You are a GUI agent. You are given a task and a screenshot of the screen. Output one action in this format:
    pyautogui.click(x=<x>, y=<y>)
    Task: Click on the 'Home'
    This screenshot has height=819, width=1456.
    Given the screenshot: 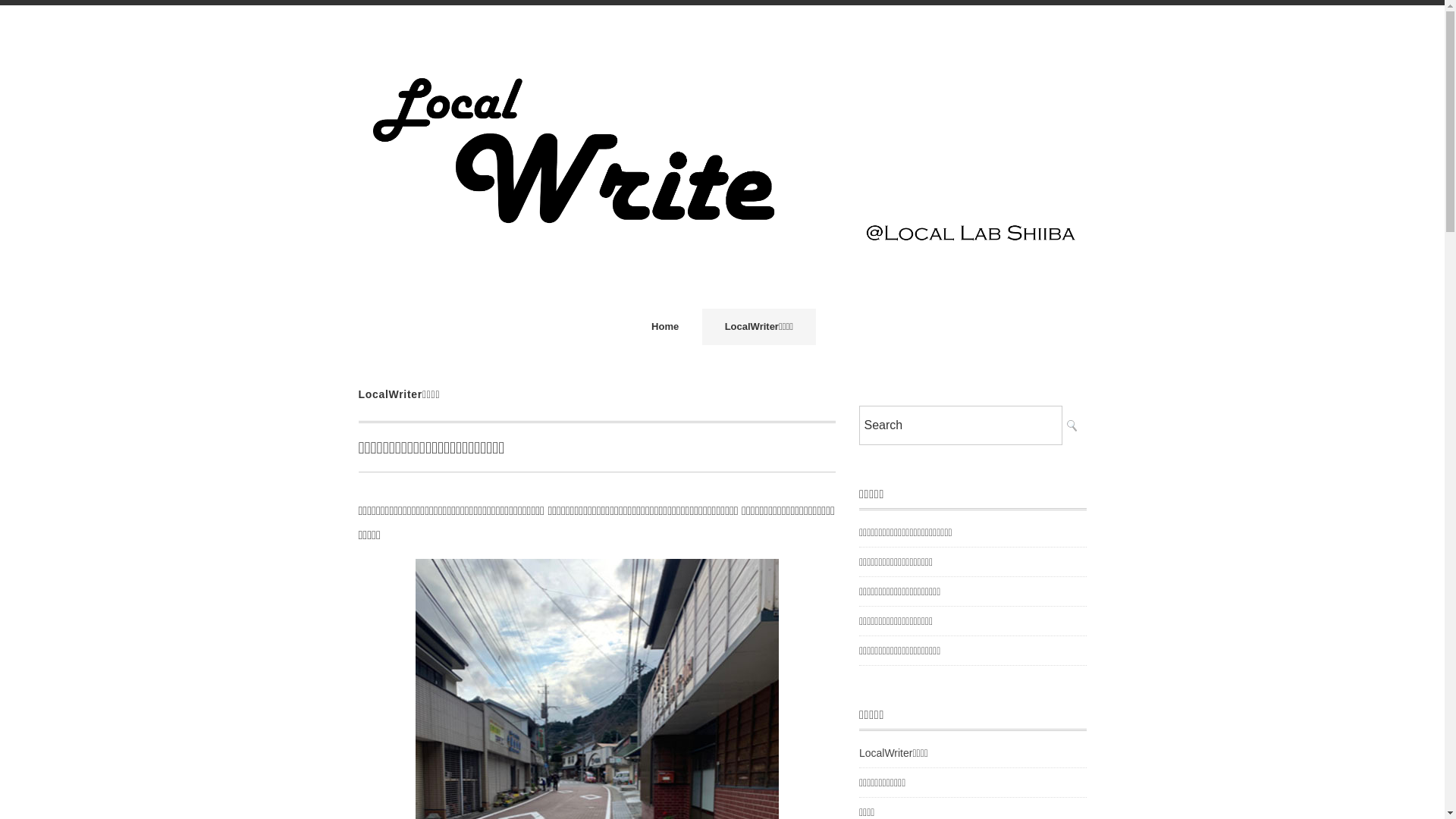 What is the action you would take?
    pyautogui.click(x=665, y=326)
    